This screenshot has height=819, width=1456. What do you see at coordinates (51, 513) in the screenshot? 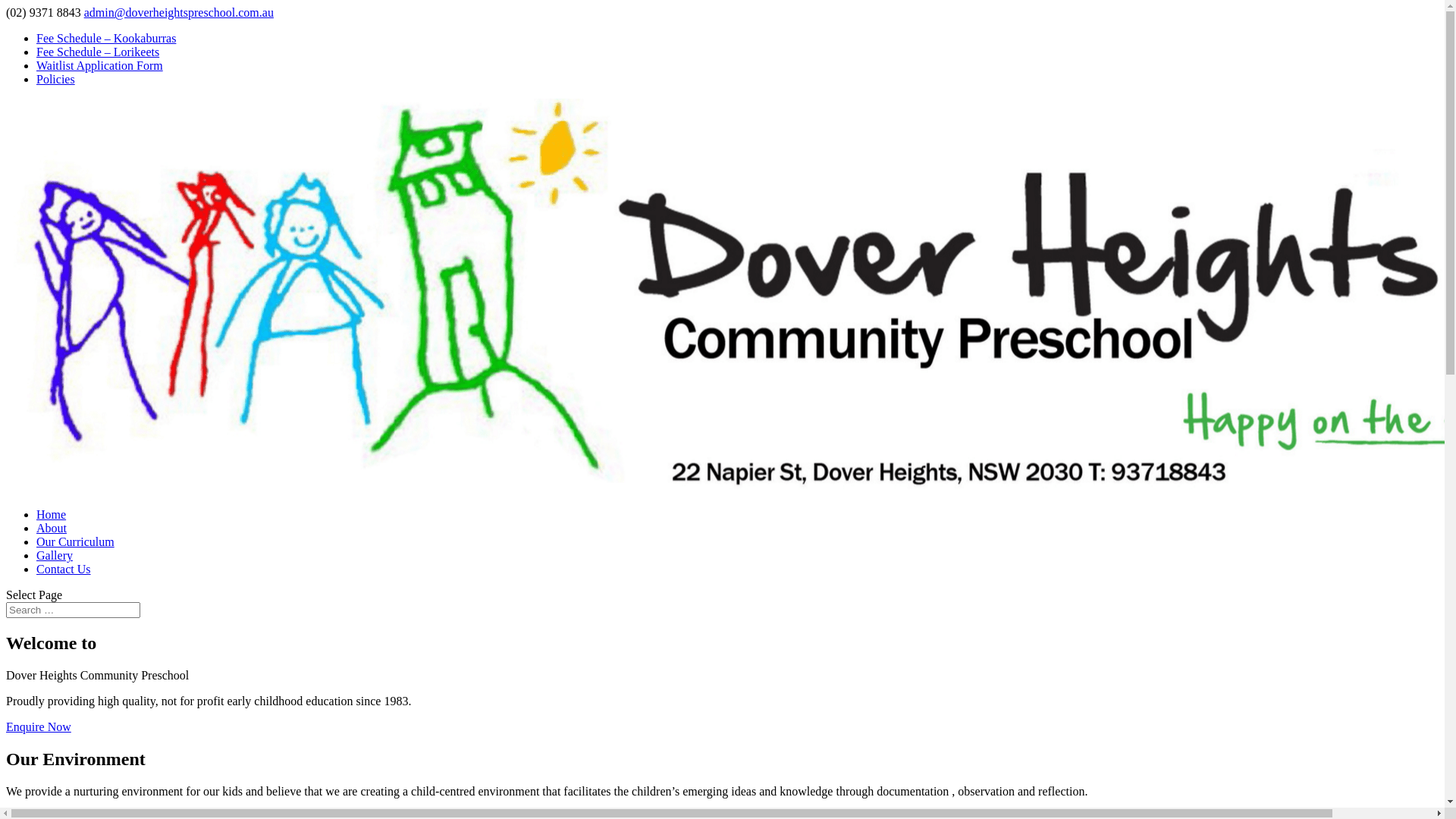
I see `'Home'` at bounding box center [51, 513].